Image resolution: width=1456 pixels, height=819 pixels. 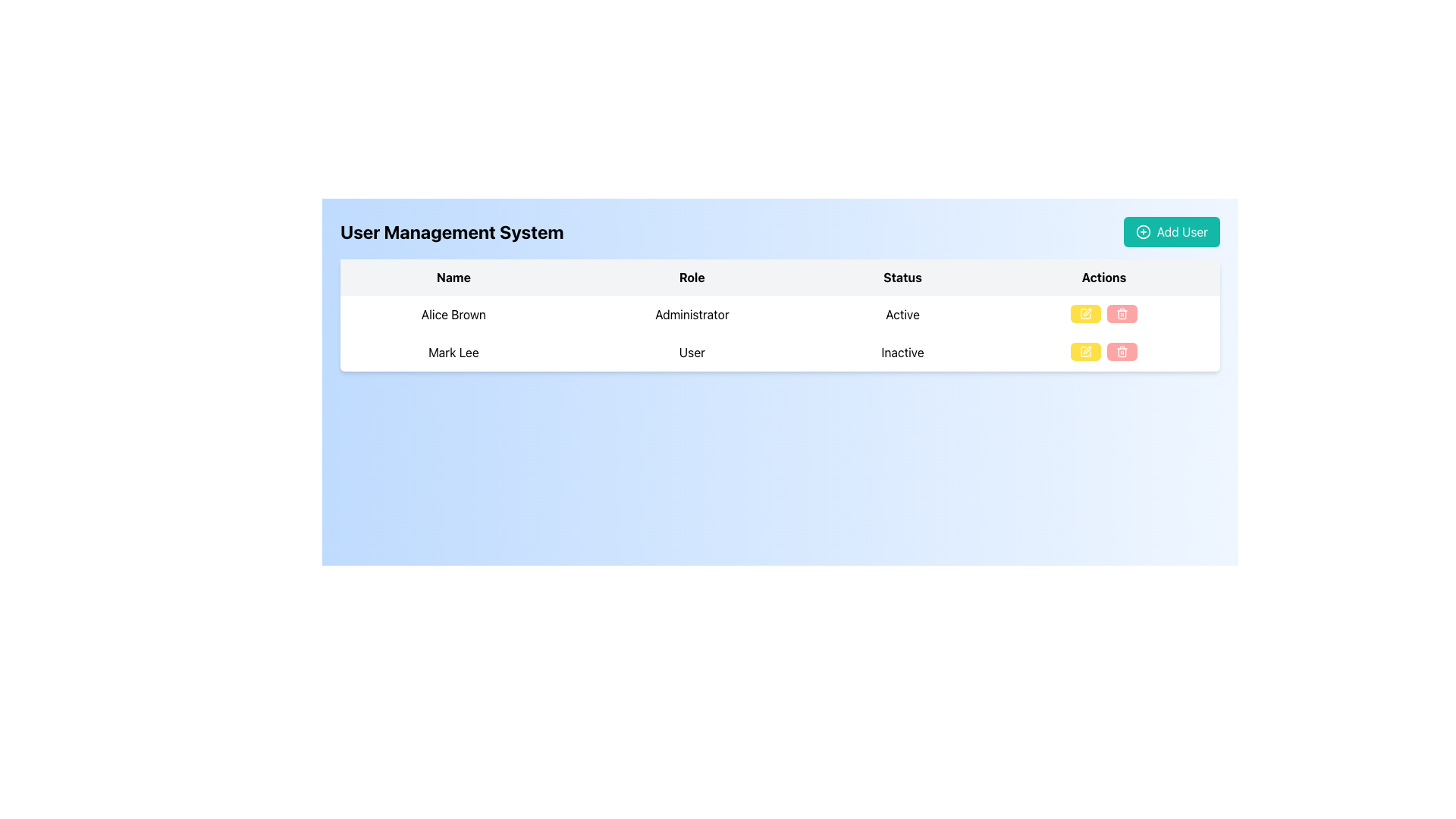 I want to click on the central circular component of the 'Add User' button icon located at the top-right of the layout, so click(x=1143, y=231).